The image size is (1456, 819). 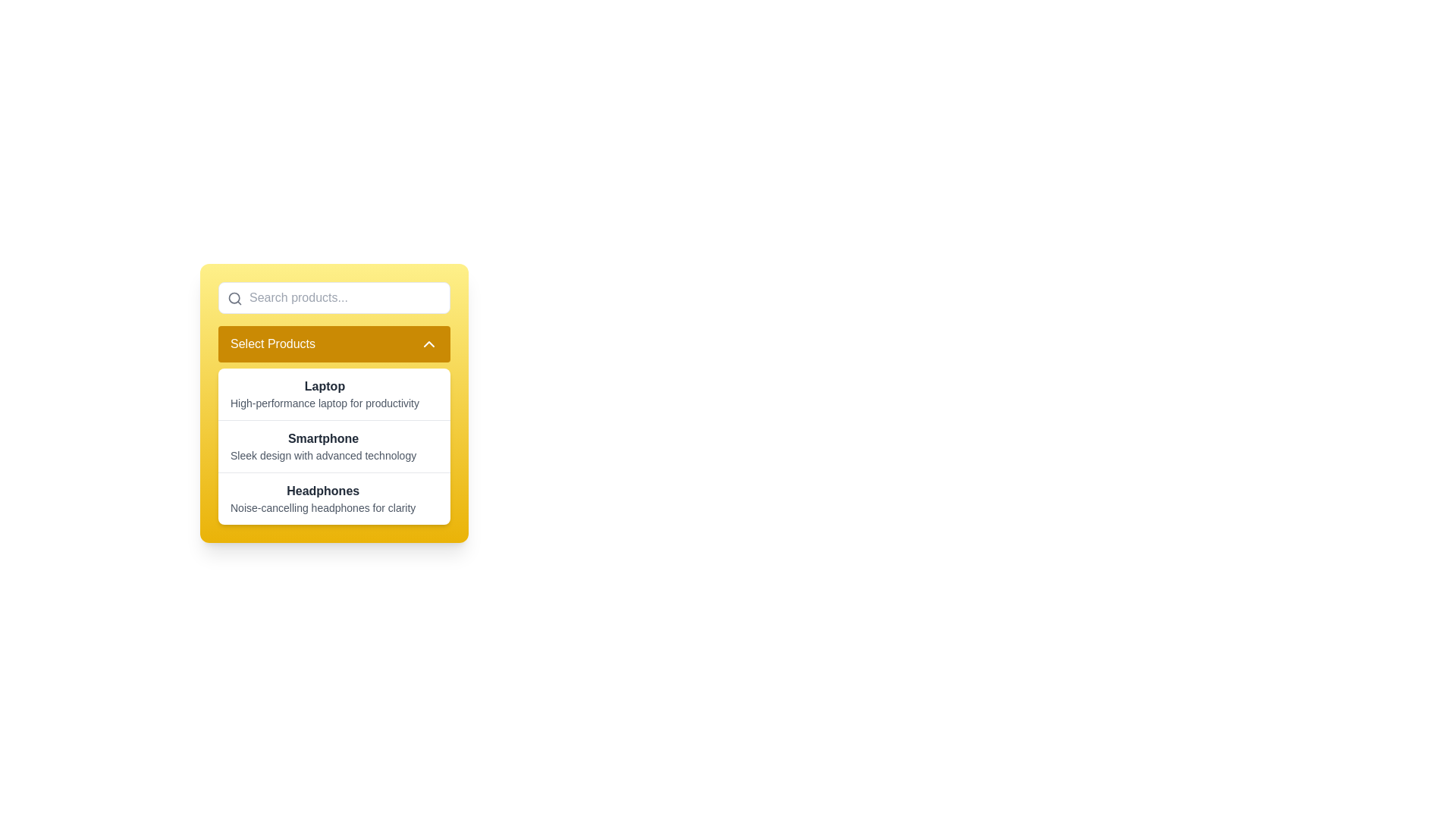 I want to click on the upward-facing chevron icon located within the yellow 'Select Products' button to potentially reveal a tooltip or interaction effect, so click(x=428, y=344).